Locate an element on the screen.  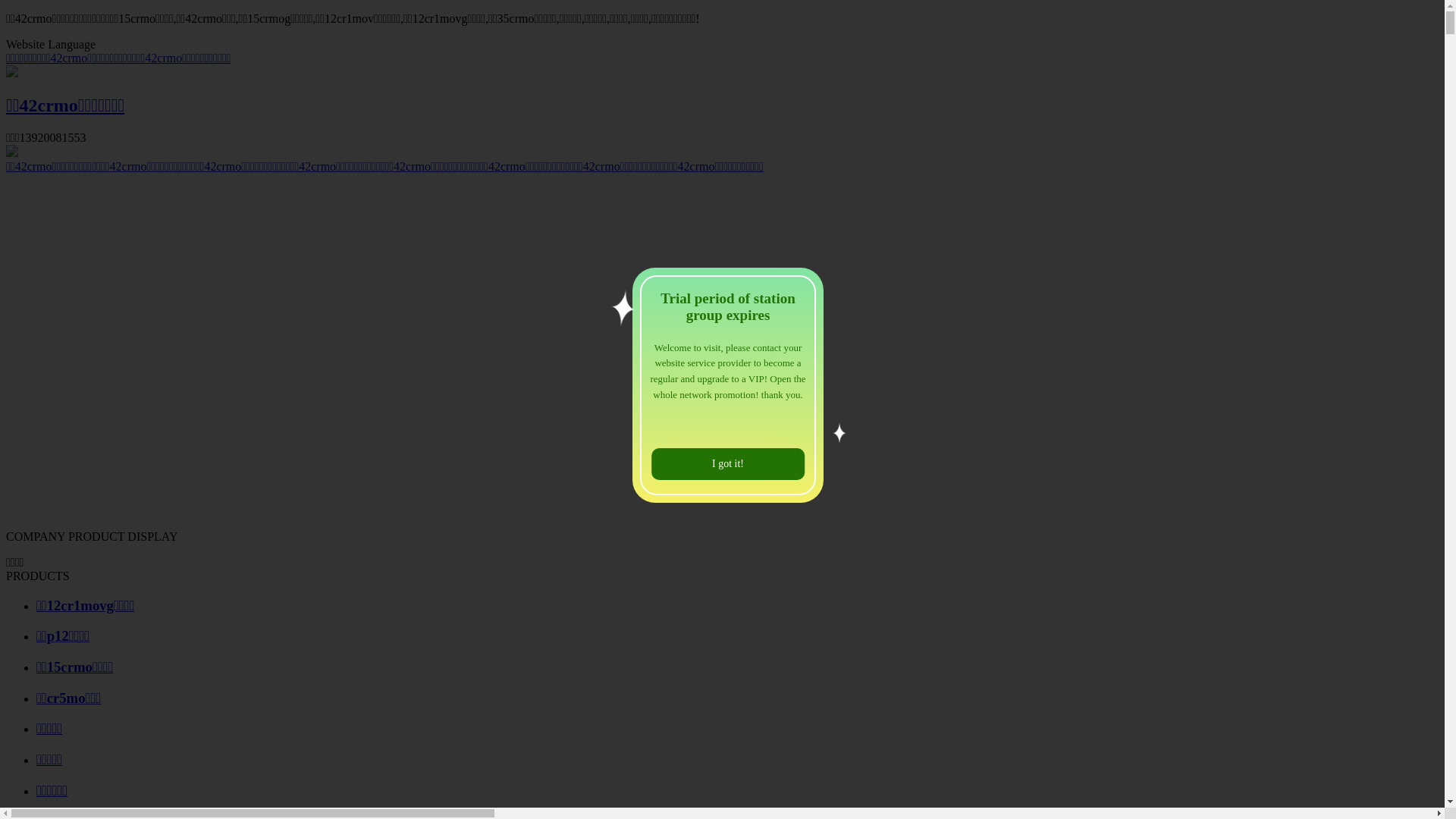
'I got it!' is located at coordinates (728, 463).